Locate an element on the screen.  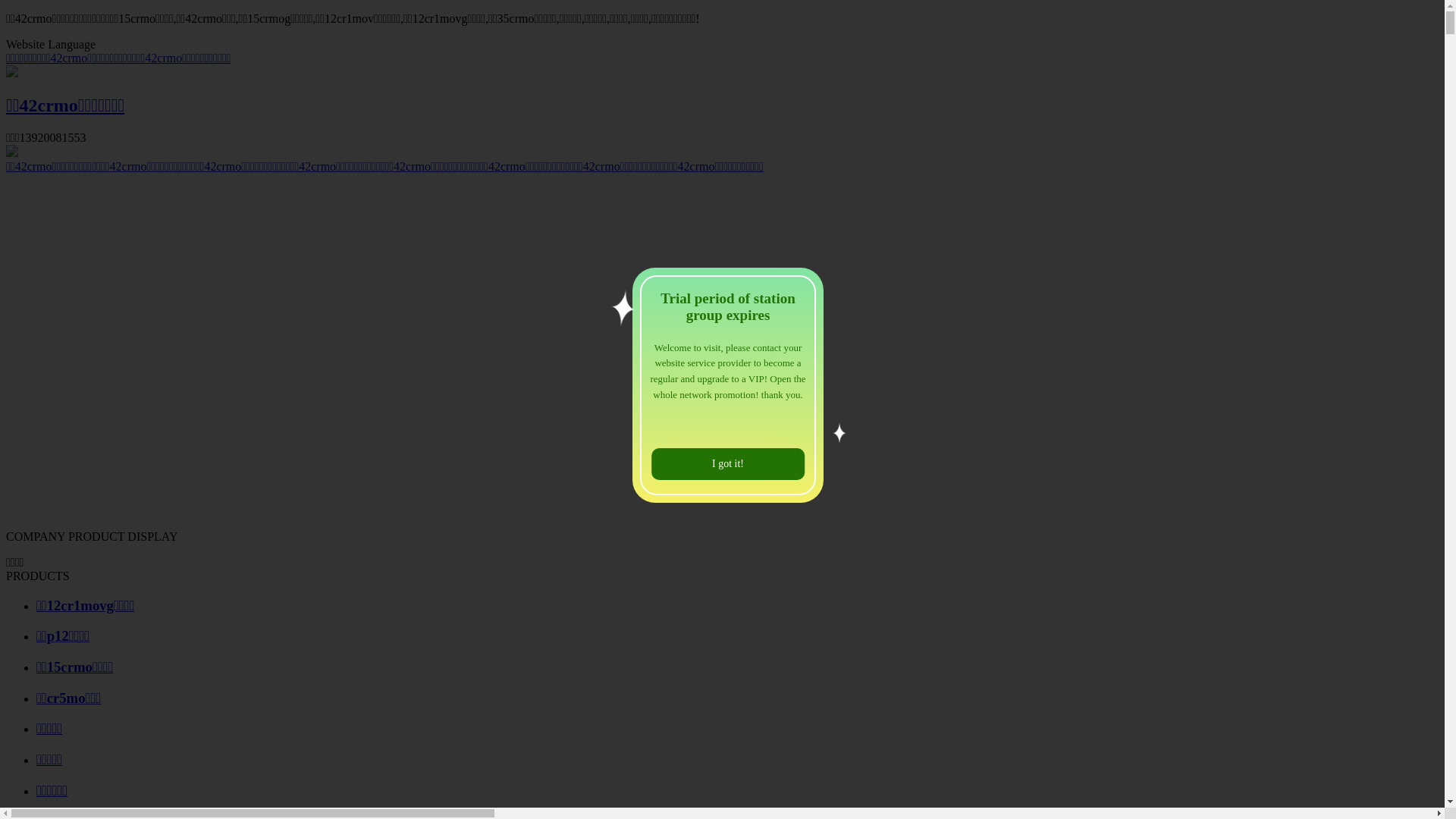
'I got it!' is located at coordinates (728, 463).